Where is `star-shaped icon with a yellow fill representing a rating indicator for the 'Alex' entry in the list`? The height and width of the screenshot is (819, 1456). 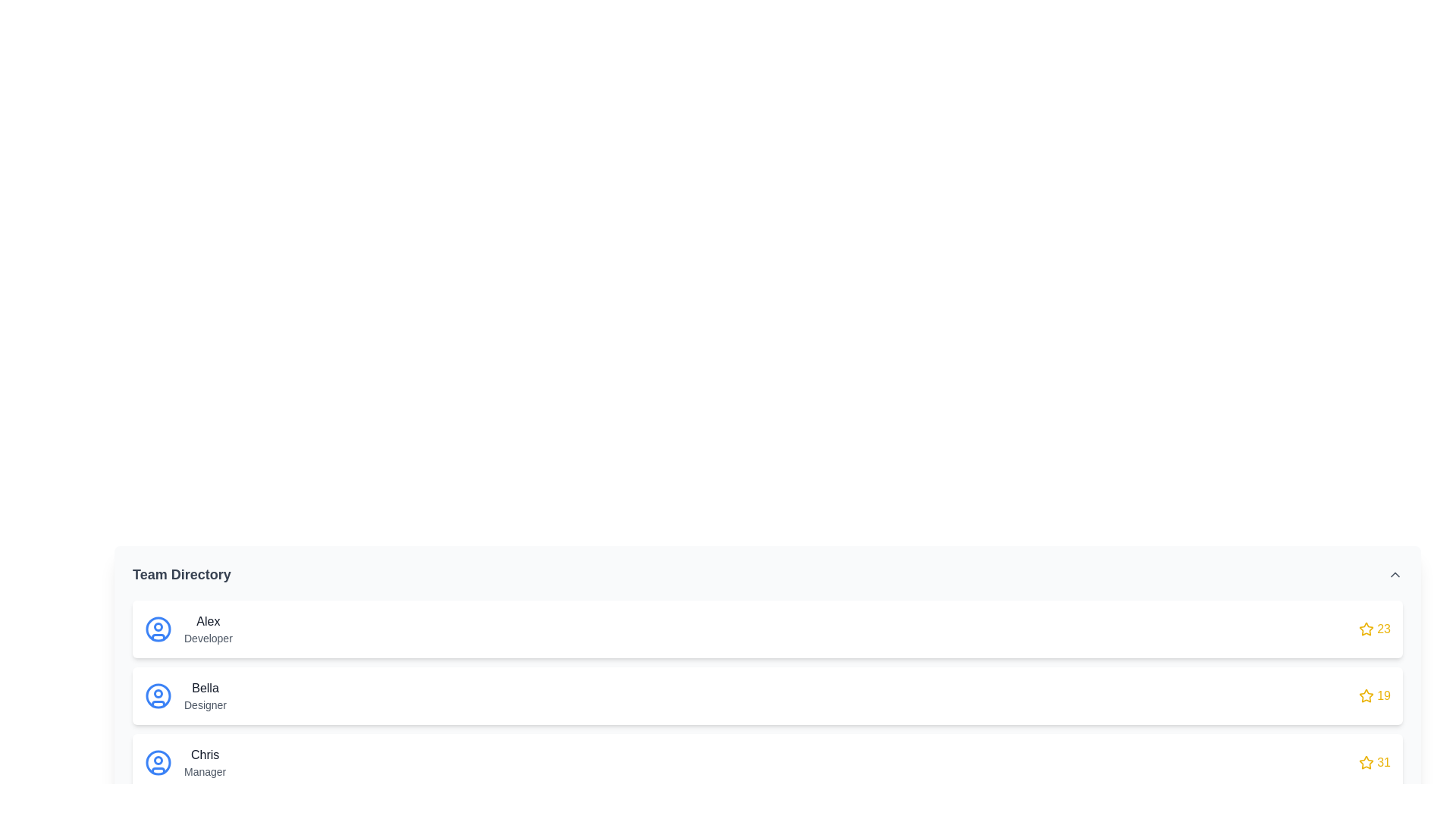
star-shaped icon with a yellow fill representing a rating indicator for the 'Alex' entry in the list is located at coordinates (1367, 629).